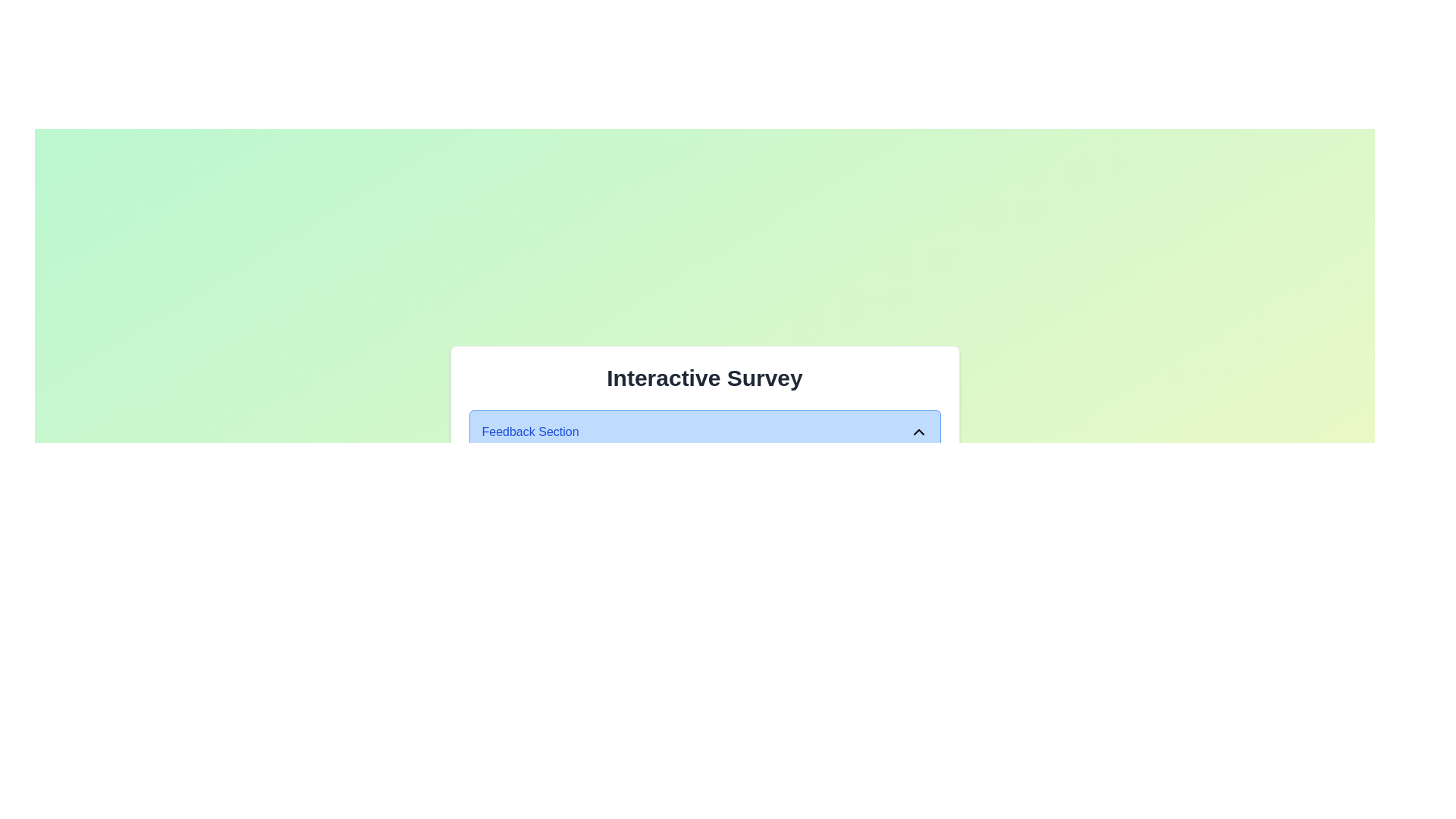  Describe the element at coordinates (704, 377) in the screenshot. I see `text content of the heading labeled 'Interactive Survey', which is styled in bold and large font at the top of the survey interface` at that location.